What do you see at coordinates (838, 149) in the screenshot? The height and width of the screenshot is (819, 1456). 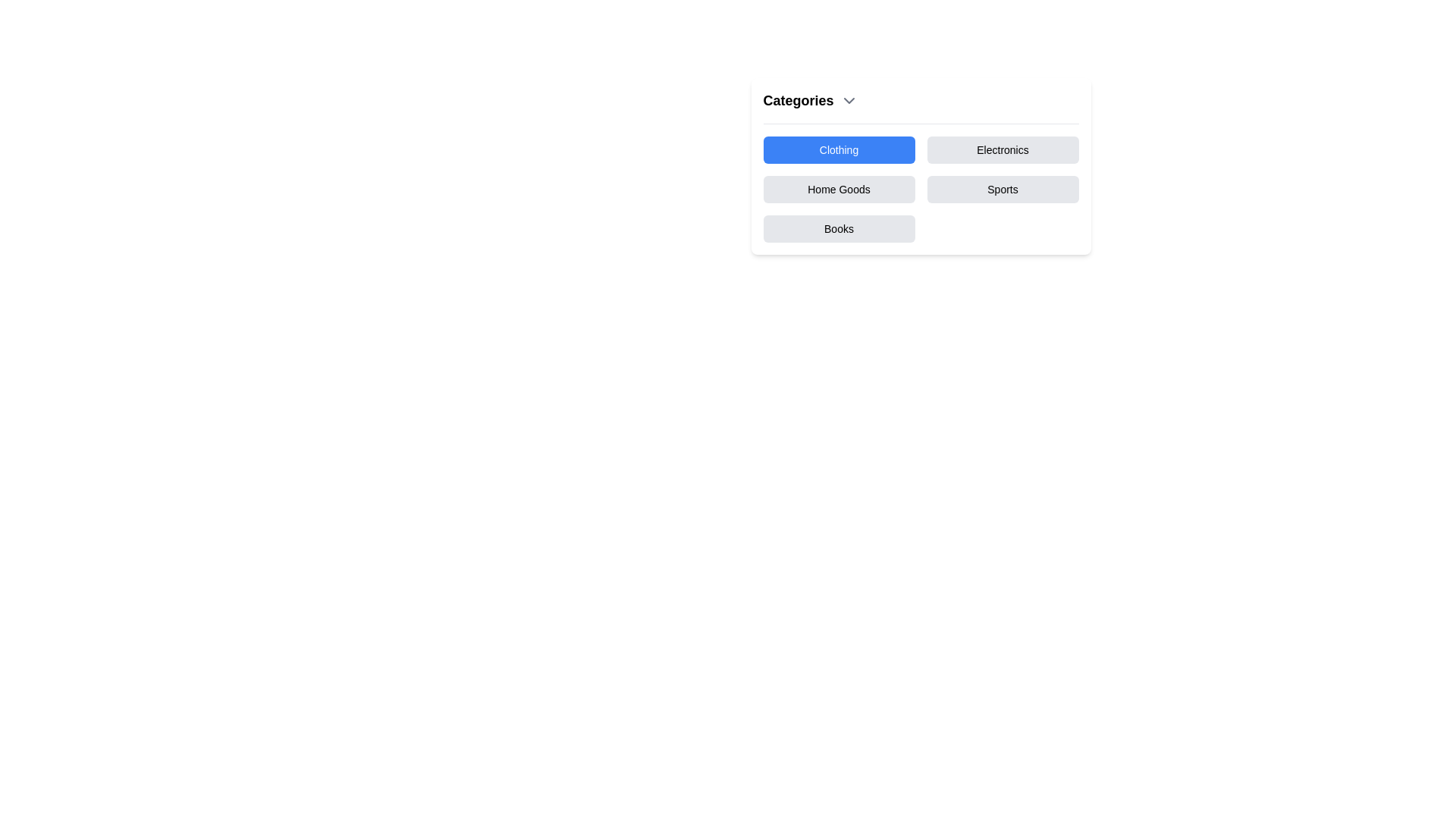 I see `the 'Clothing' button, which is a rectangular button with rounded edges and a blue background, displaying the text 'Clothing' in white centered within it, located in the top-left corner of the grid under the 'Categories' section` at bounding box center [838, 149].